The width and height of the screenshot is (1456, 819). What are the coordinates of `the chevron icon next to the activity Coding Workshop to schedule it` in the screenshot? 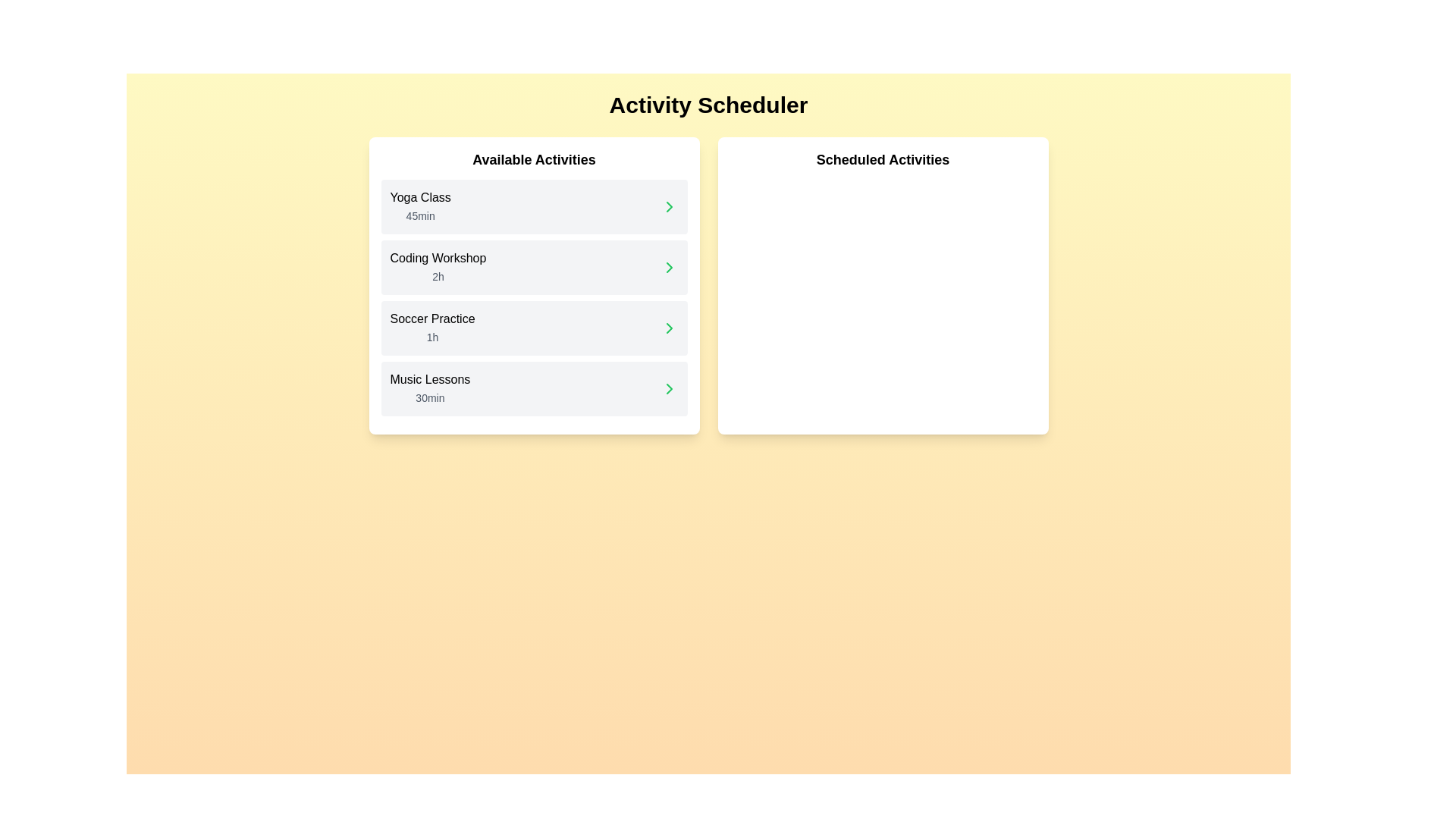 It's located at (668, 267).